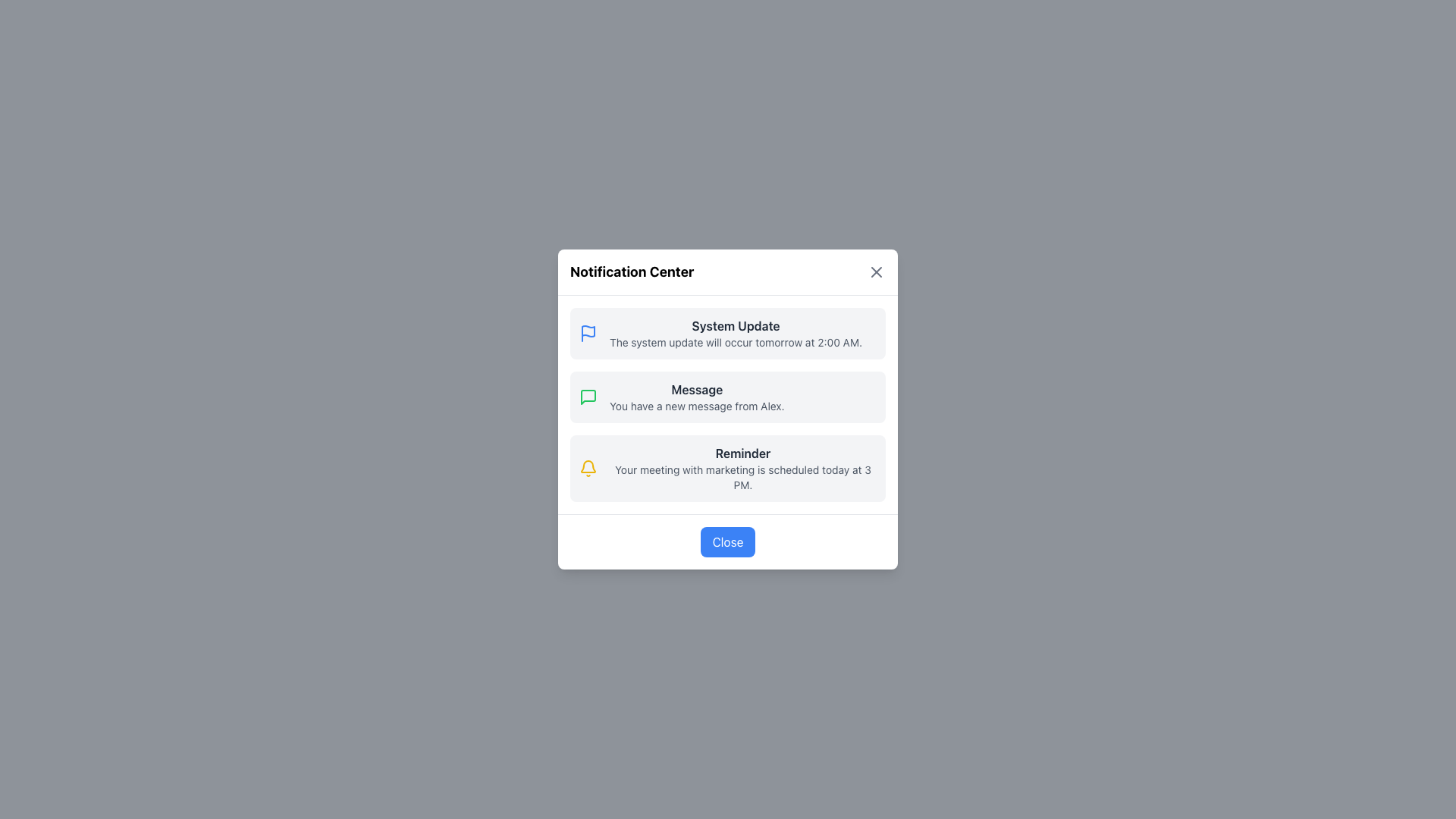 This screenshot has width=1456, height=819. What do you see at coordinates (736, 325) in the screenshot?
I see `the 'System Update' text label, which is prominently displayed in bold dark gray font inside the Notification Center dialog box, above the descriptive text about the system update` at bounding box center [736, 325].